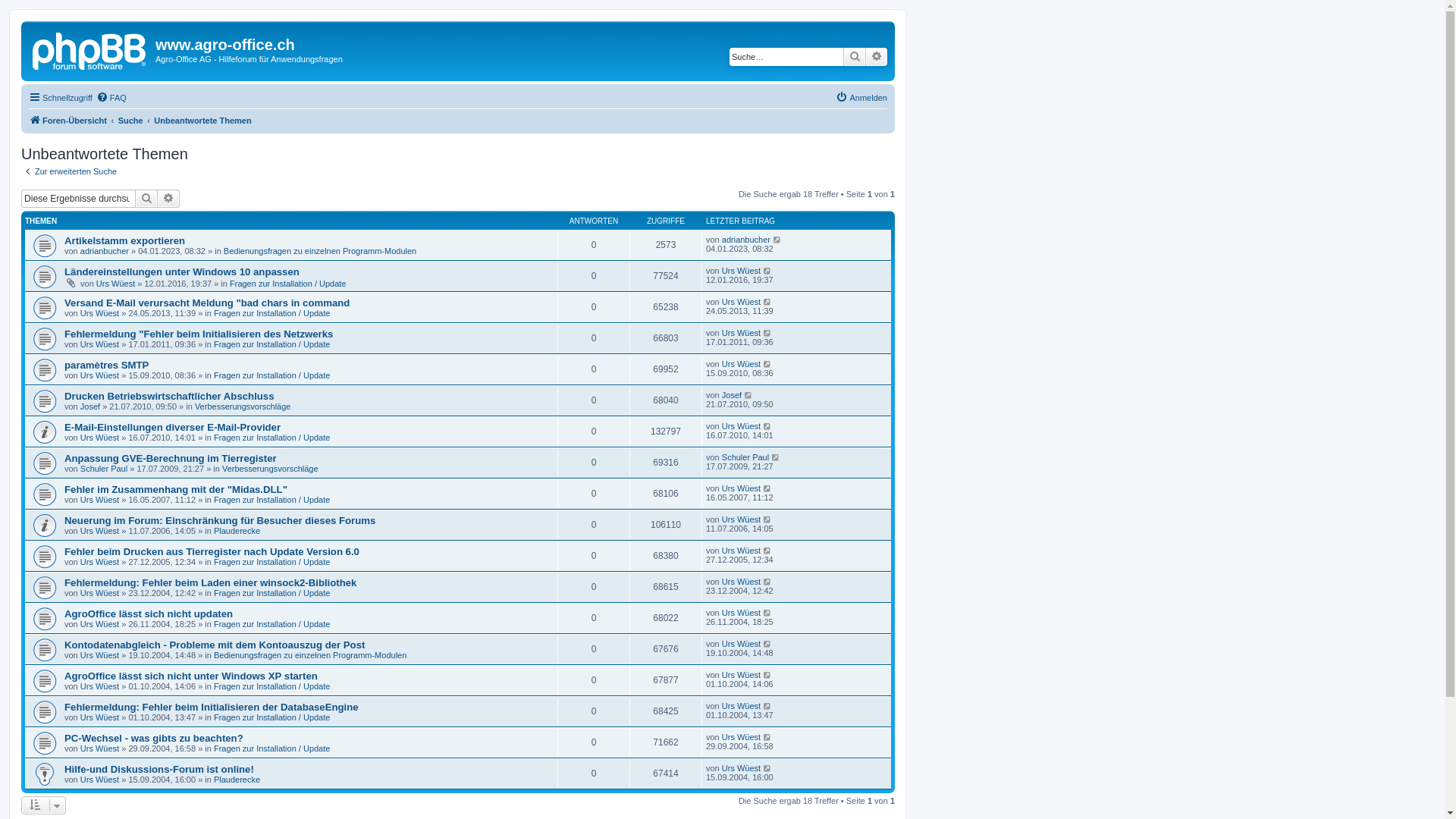  What do you see at coordinates (767, 426) in the screenshot?
I see `'Gehe zum letzten Beitrag'` at bounding box center [767, 426].